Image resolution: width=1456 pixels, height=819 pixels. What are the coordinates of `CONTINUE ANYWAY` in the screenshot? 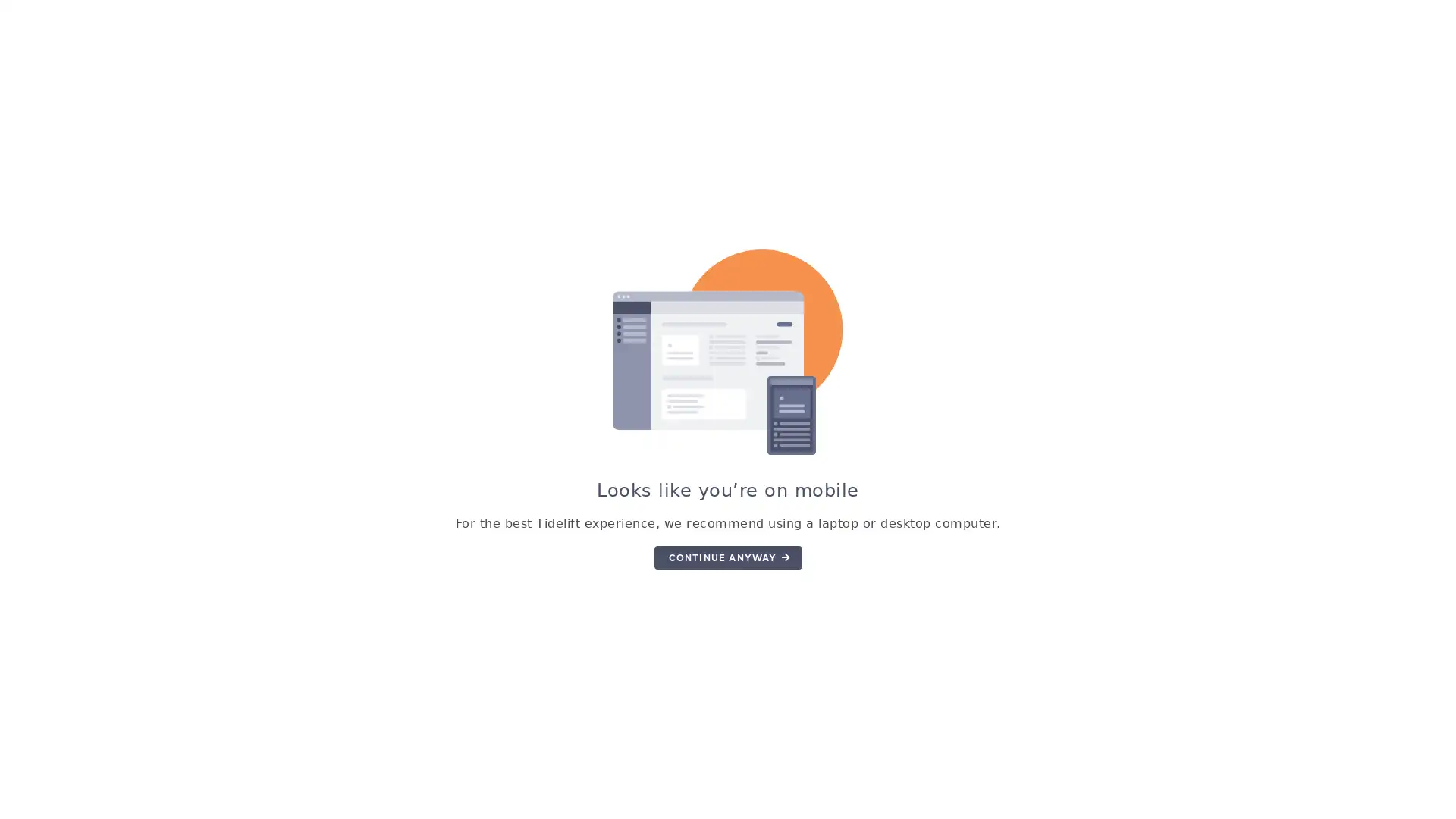 It's located at (726, 557).